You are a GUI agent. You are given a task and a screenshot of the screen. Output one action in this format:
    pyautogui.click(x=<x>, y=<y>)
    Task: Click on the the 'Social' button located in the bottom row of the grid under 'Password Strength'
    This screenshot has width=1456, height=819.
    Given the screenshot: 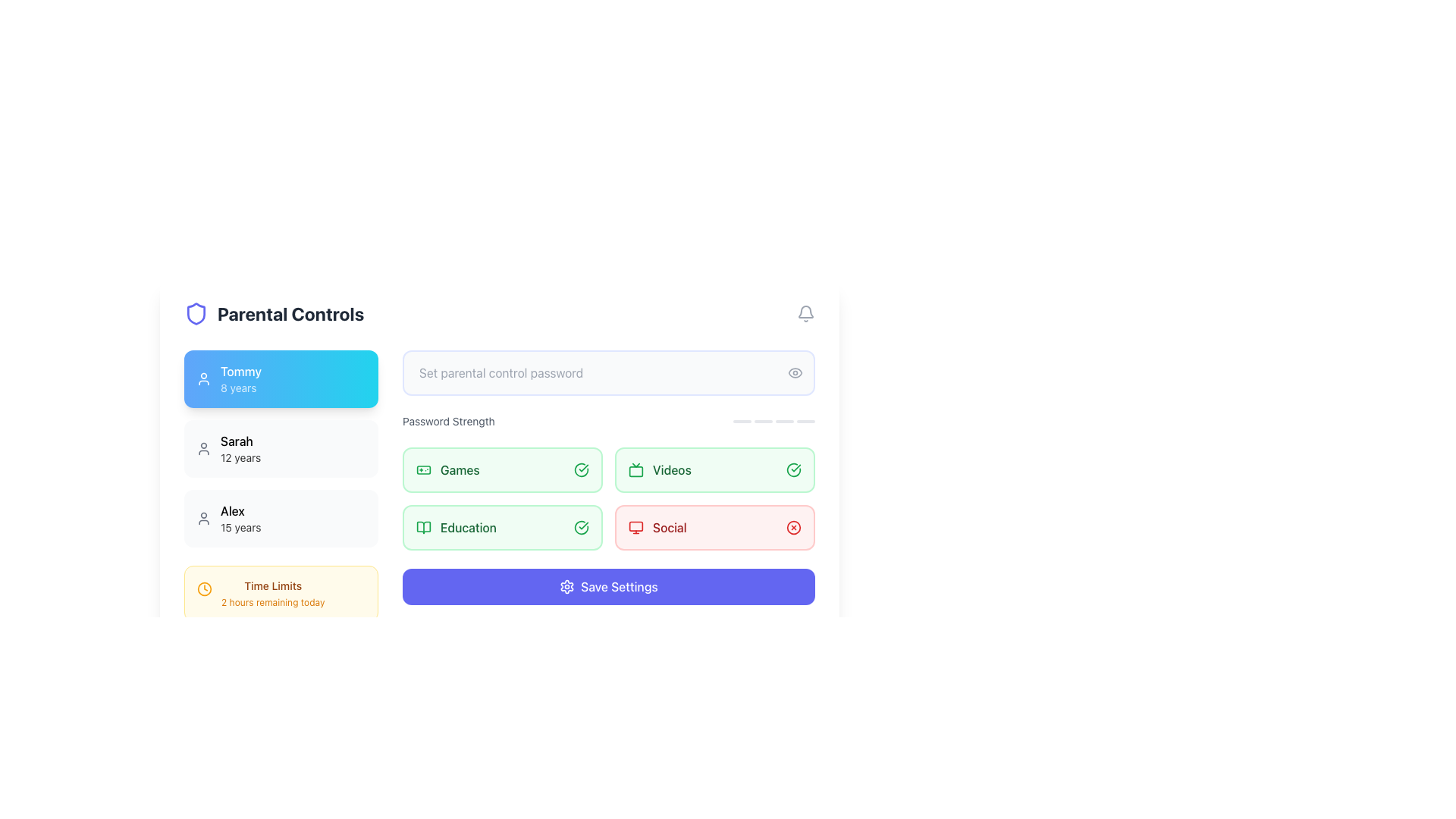 What is the action you would take?
    pyautogui.click(x=714, y=526)
    